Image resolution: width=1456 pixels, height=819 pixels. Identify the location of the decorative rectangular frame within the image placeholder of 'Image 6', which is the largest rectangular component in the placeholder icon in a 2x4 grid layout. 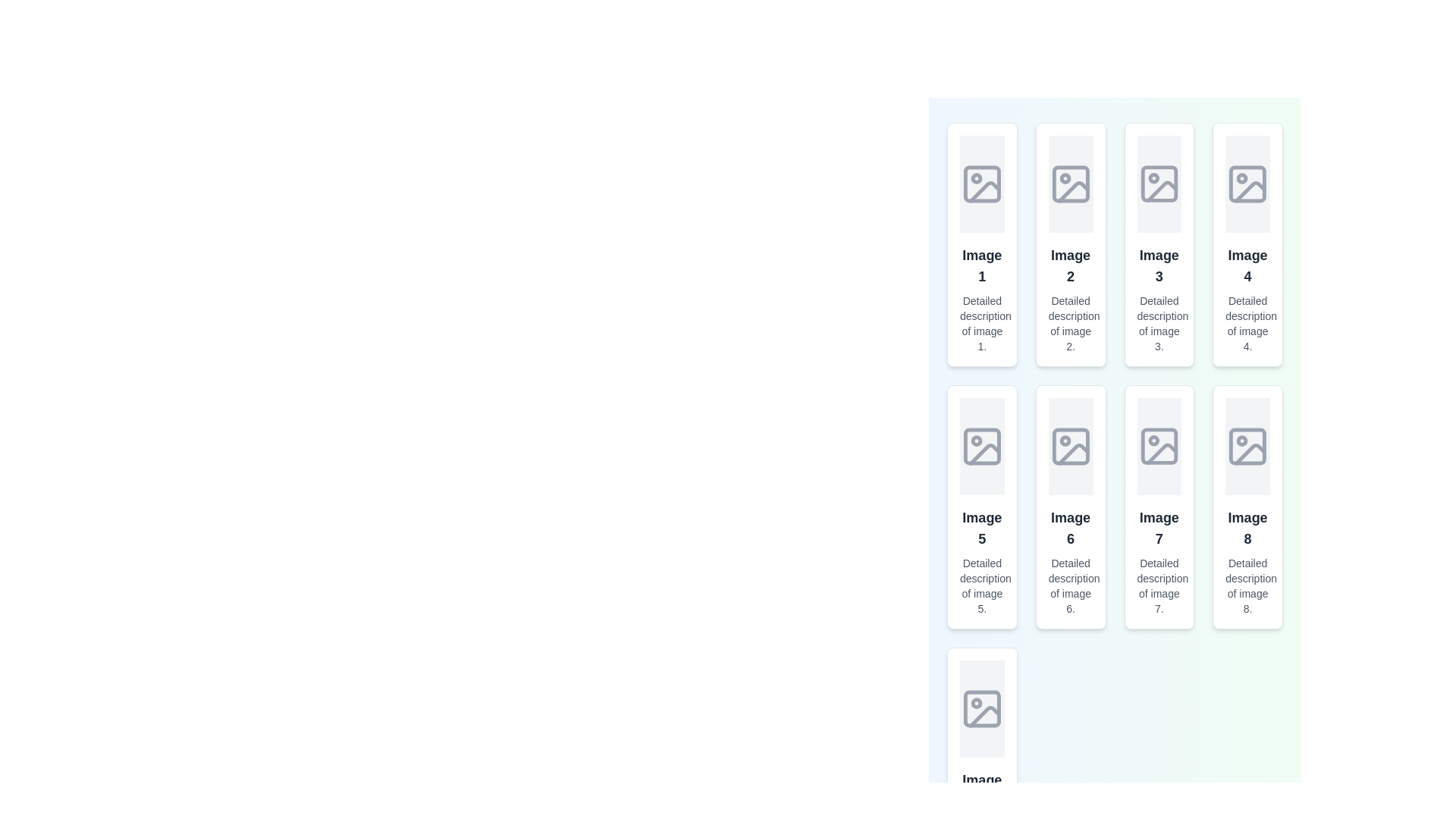
(1070, 446).